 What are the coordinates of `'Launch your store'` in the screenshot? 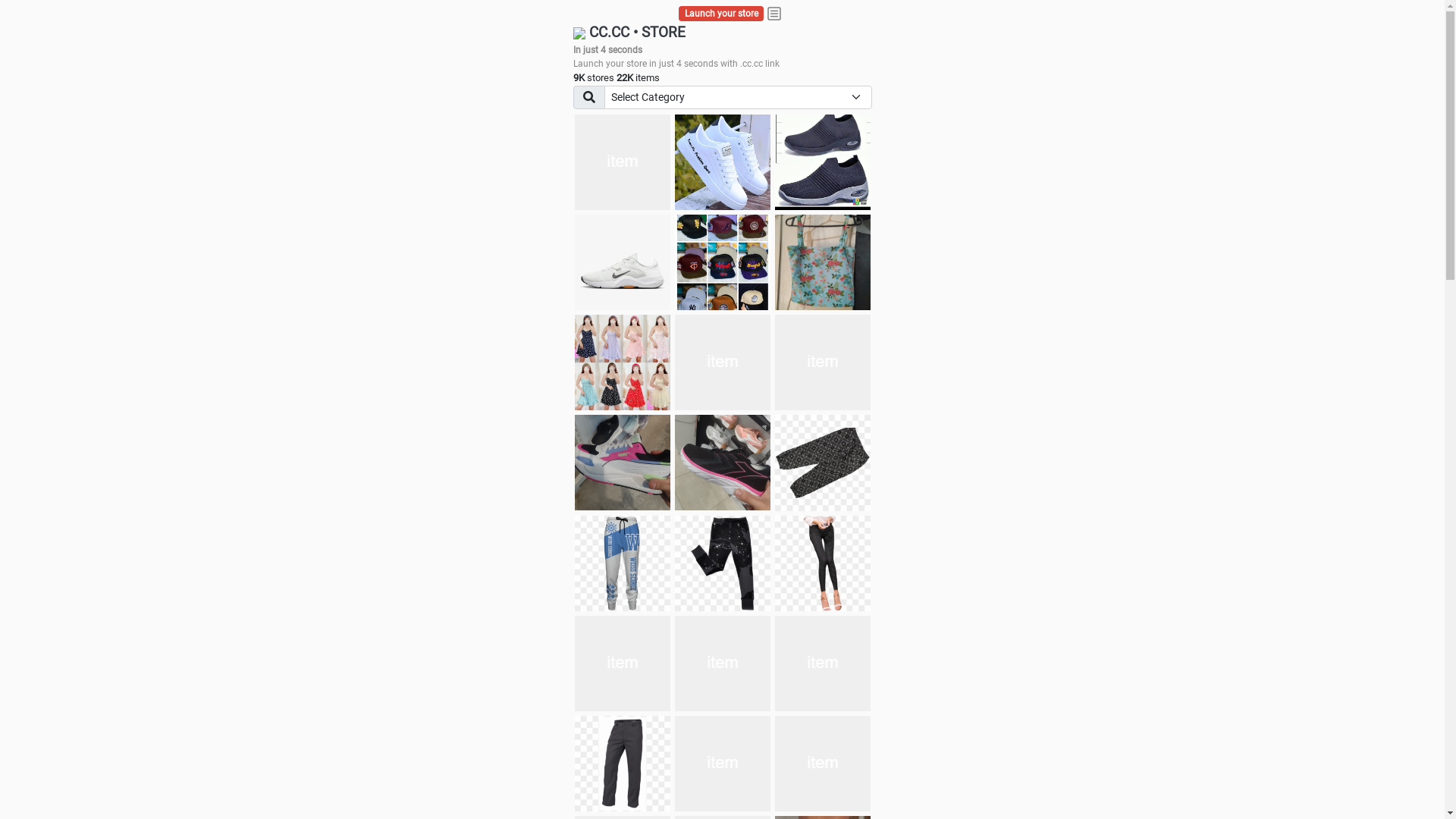 It's located at (720, 14).